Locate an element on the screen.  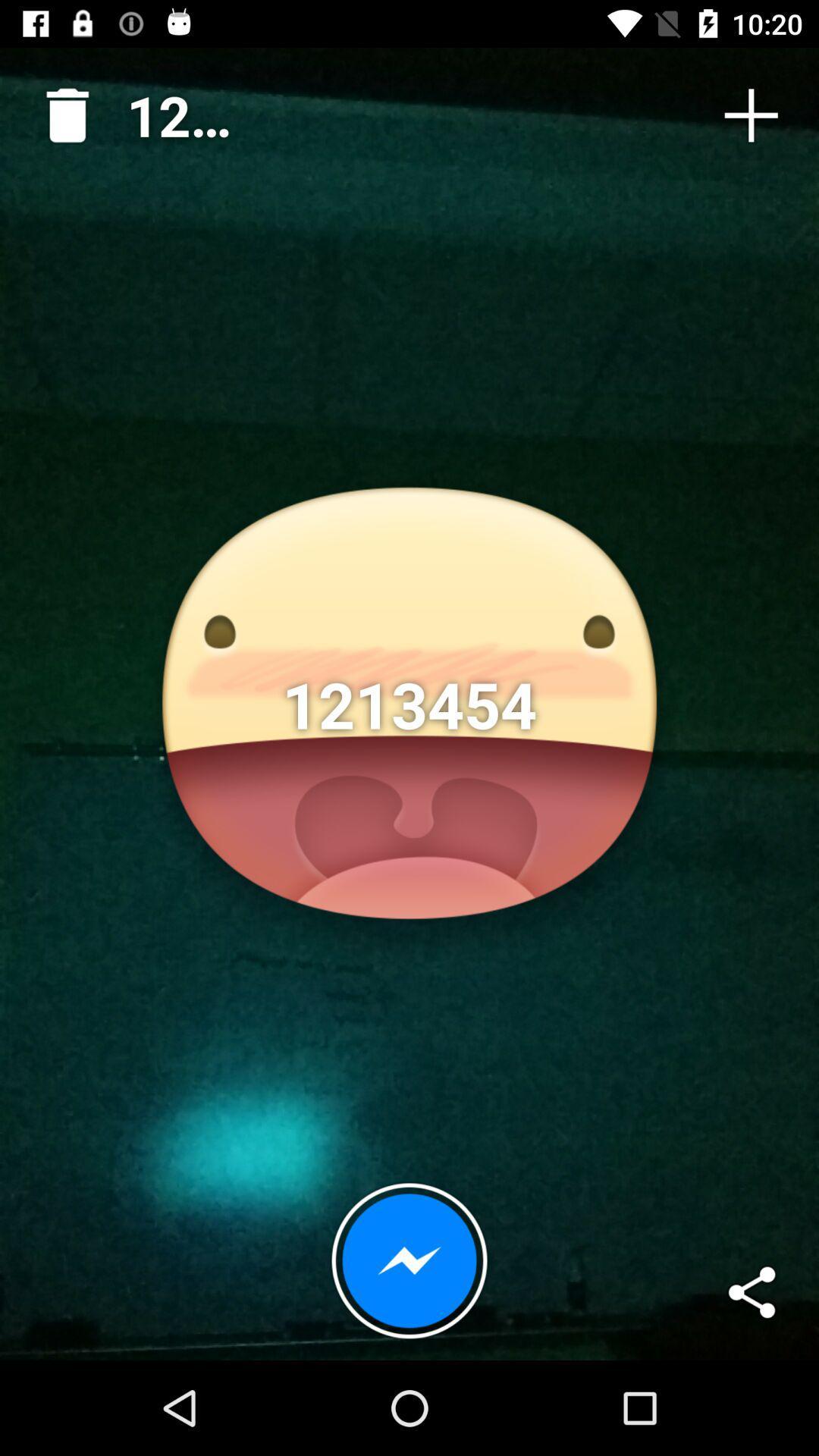
the icon at the bottom right corner is located at coordinates (751, 1291).